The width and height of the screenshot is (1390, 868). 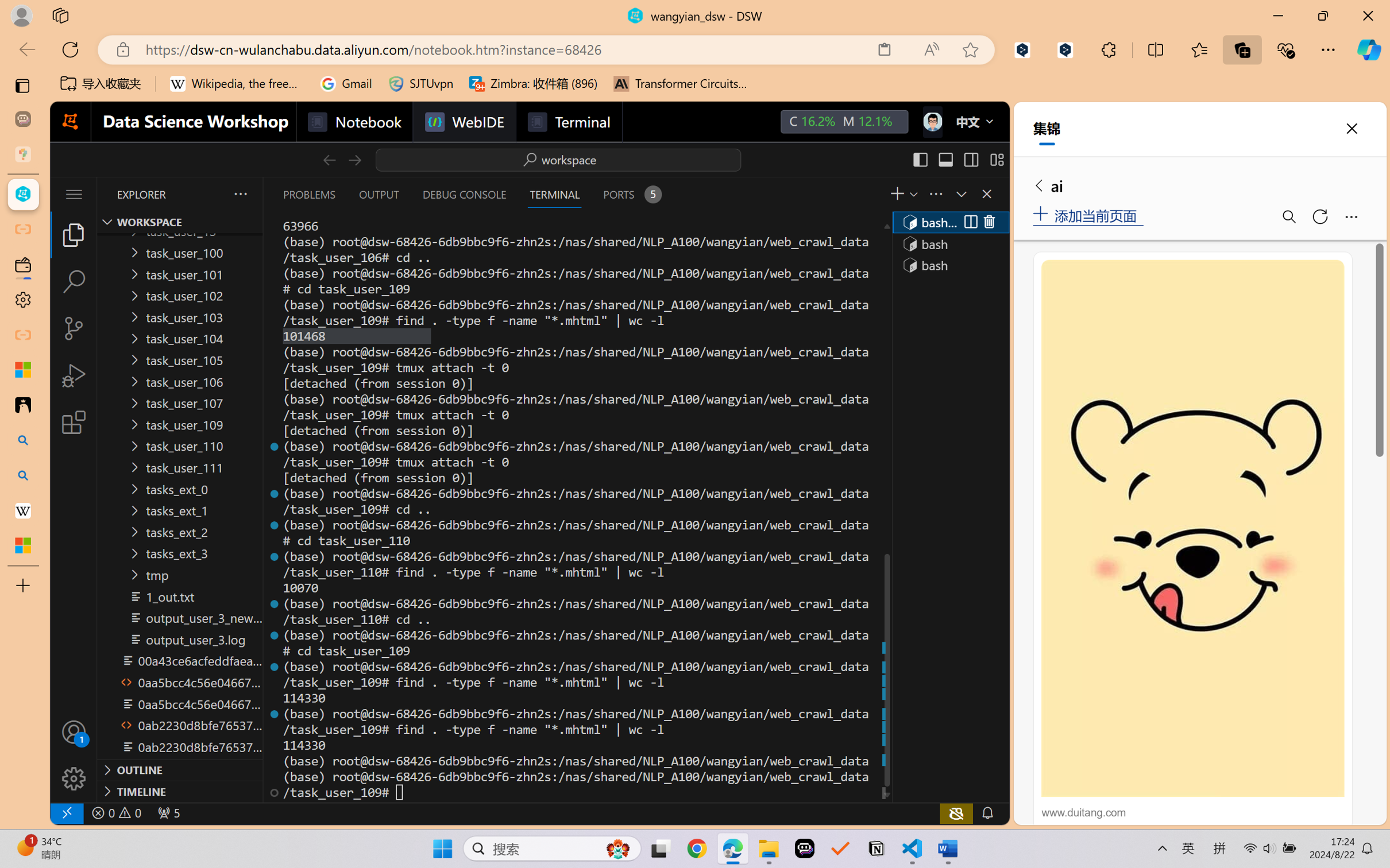 What do you see at coordinates (959, 193) in the screenshot?
I see `'Restore Panel Size'` at bounding box center [959, 193].